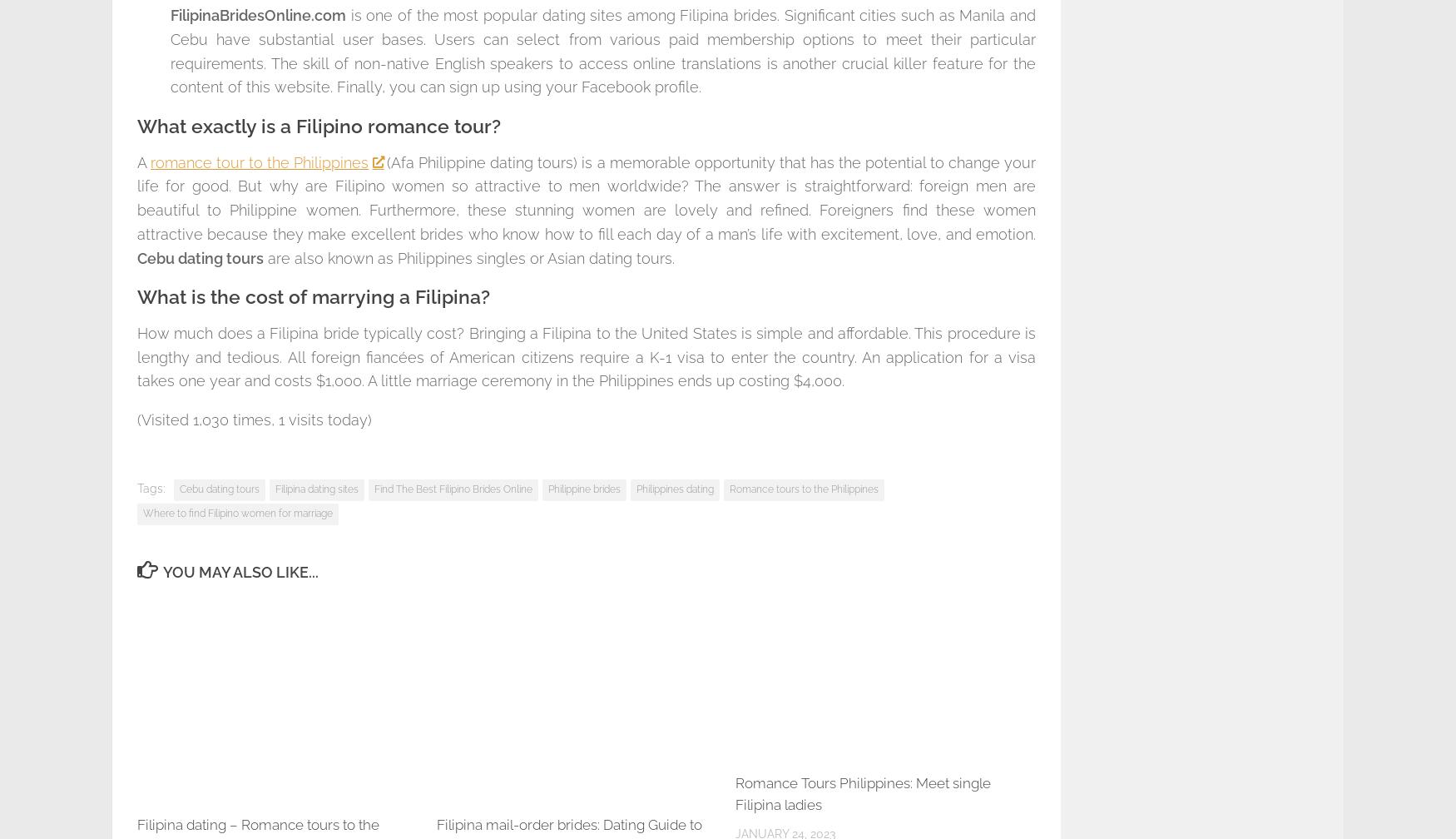  I want to click on 'are also known as Philippines singles or Asian dating tours.', so click(469, 257).